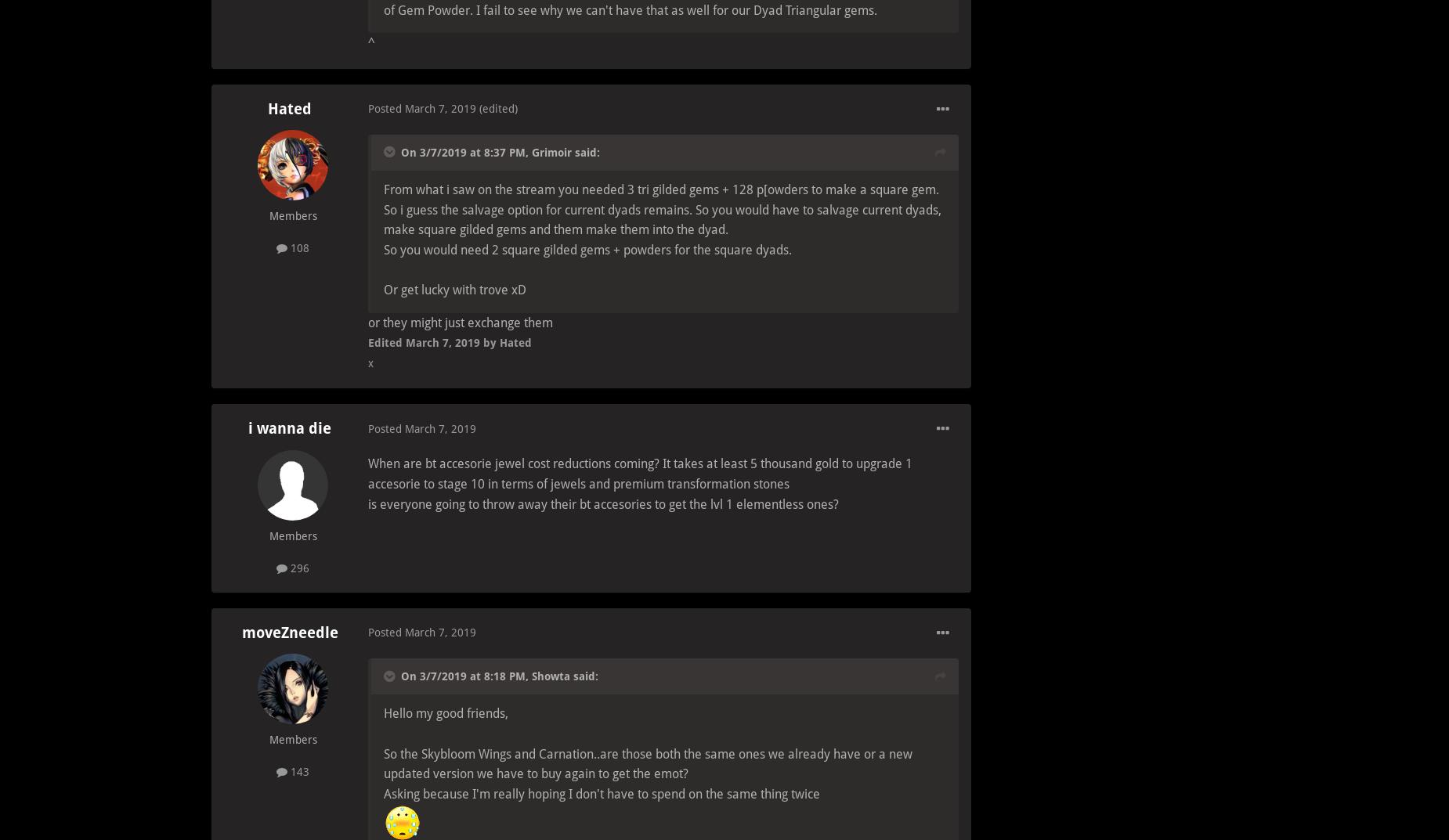 The image size is (1449, 840). I want to click on 'On 3/7/2019 at 8:37 PM,', so click(466, 151).